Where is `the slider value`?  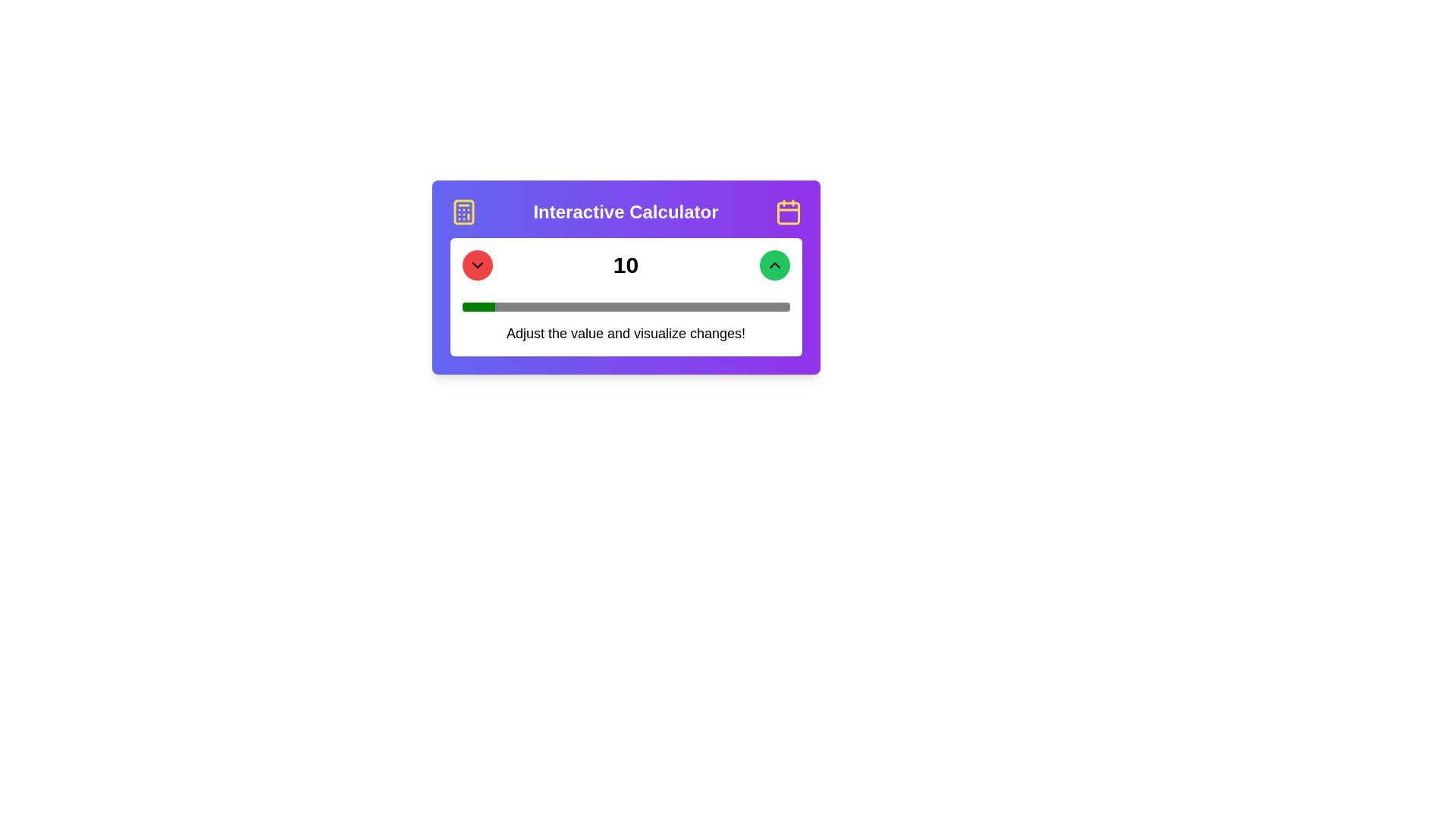 the slider value is located at coordinates (507, 307).